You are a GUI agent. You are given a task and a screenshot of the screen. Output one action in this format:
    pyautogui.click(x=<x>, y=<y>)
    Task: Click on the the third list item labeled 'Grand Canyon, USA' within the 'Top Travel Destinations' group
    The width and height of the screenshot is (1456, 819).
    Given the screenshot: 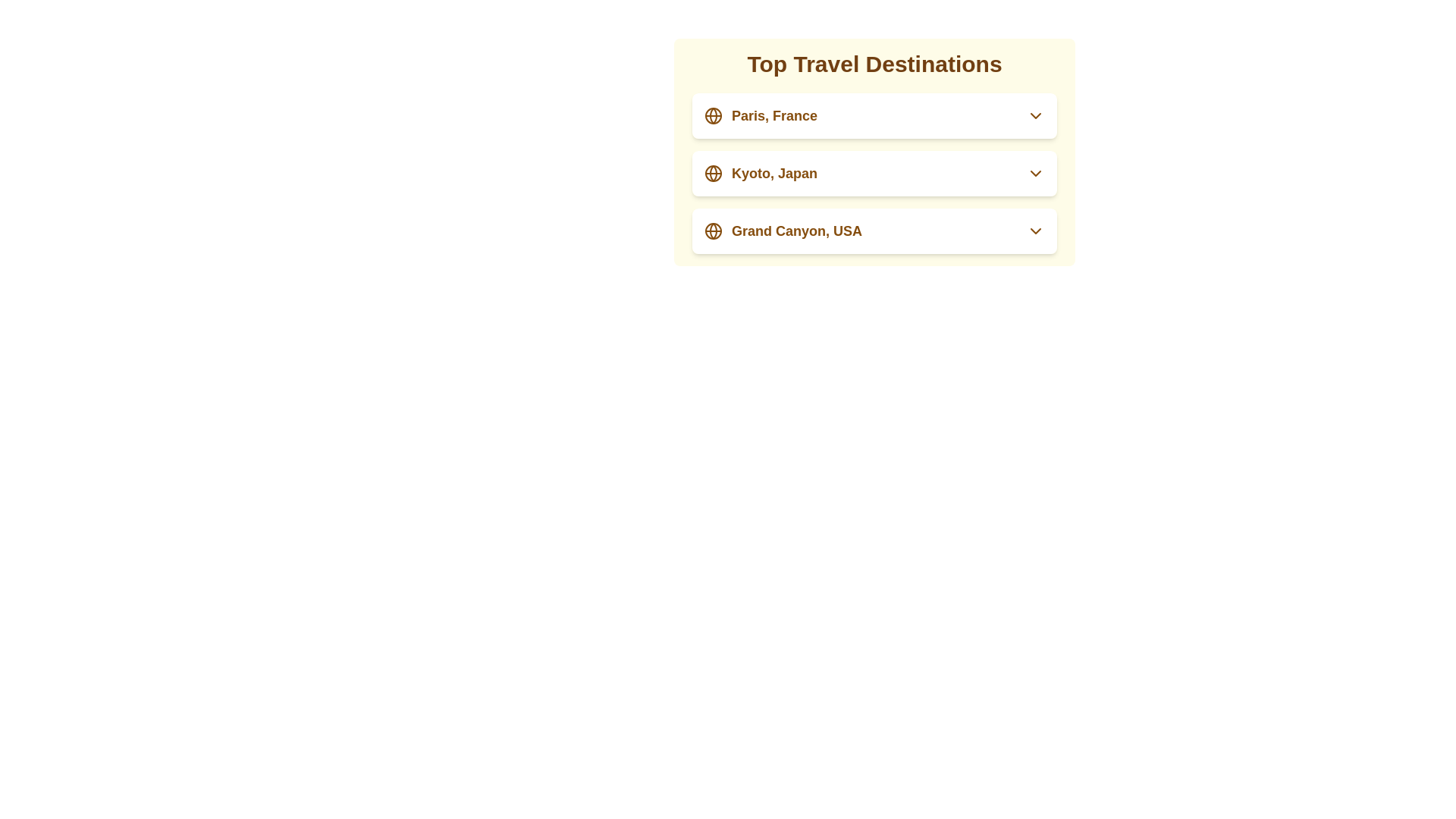 What is the action you would take?
    pyautogui.click(x=874, y=231)
    